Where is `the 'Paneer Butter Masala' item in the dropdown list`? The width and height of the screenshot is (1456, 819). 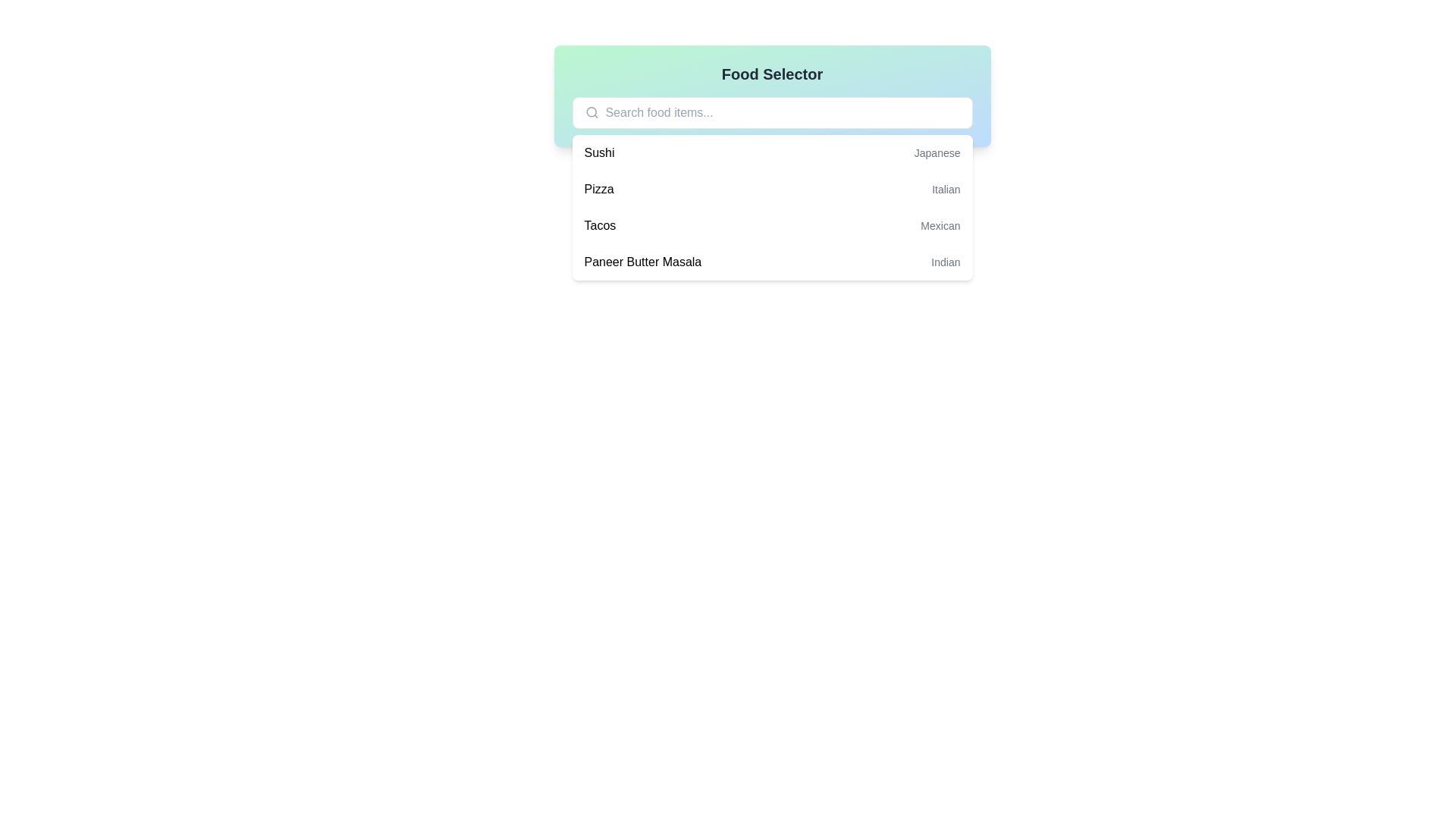 the 'Paneer Butter Masala' item in the dropdown list is located at coordinates (772, 262).